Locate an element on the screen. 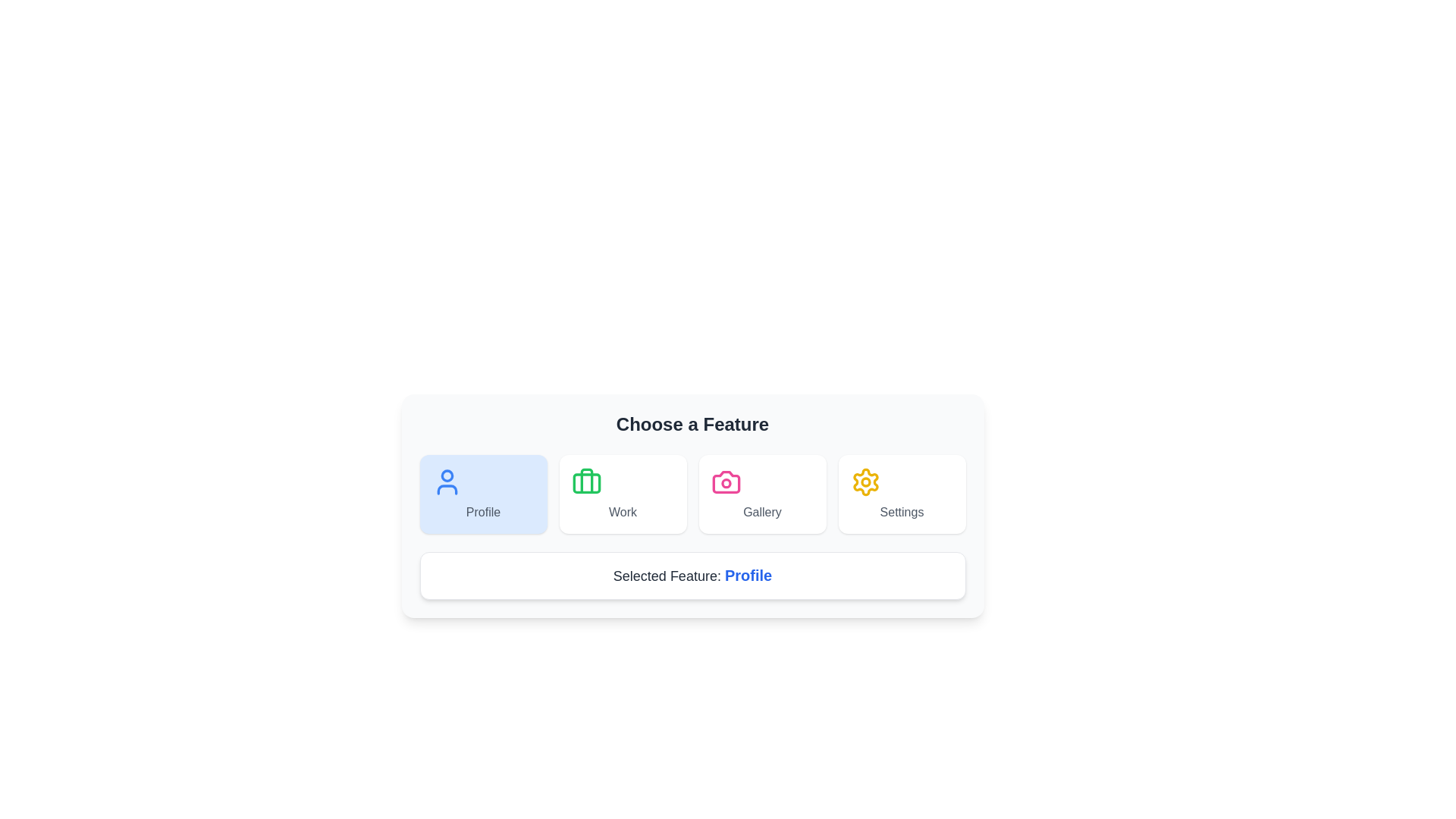 The height and width of the screenshot is (819, 1456). the curved bottom portion of the user icon illustration within the 'Profile' feature selection box is located at coordinates (446, 489).